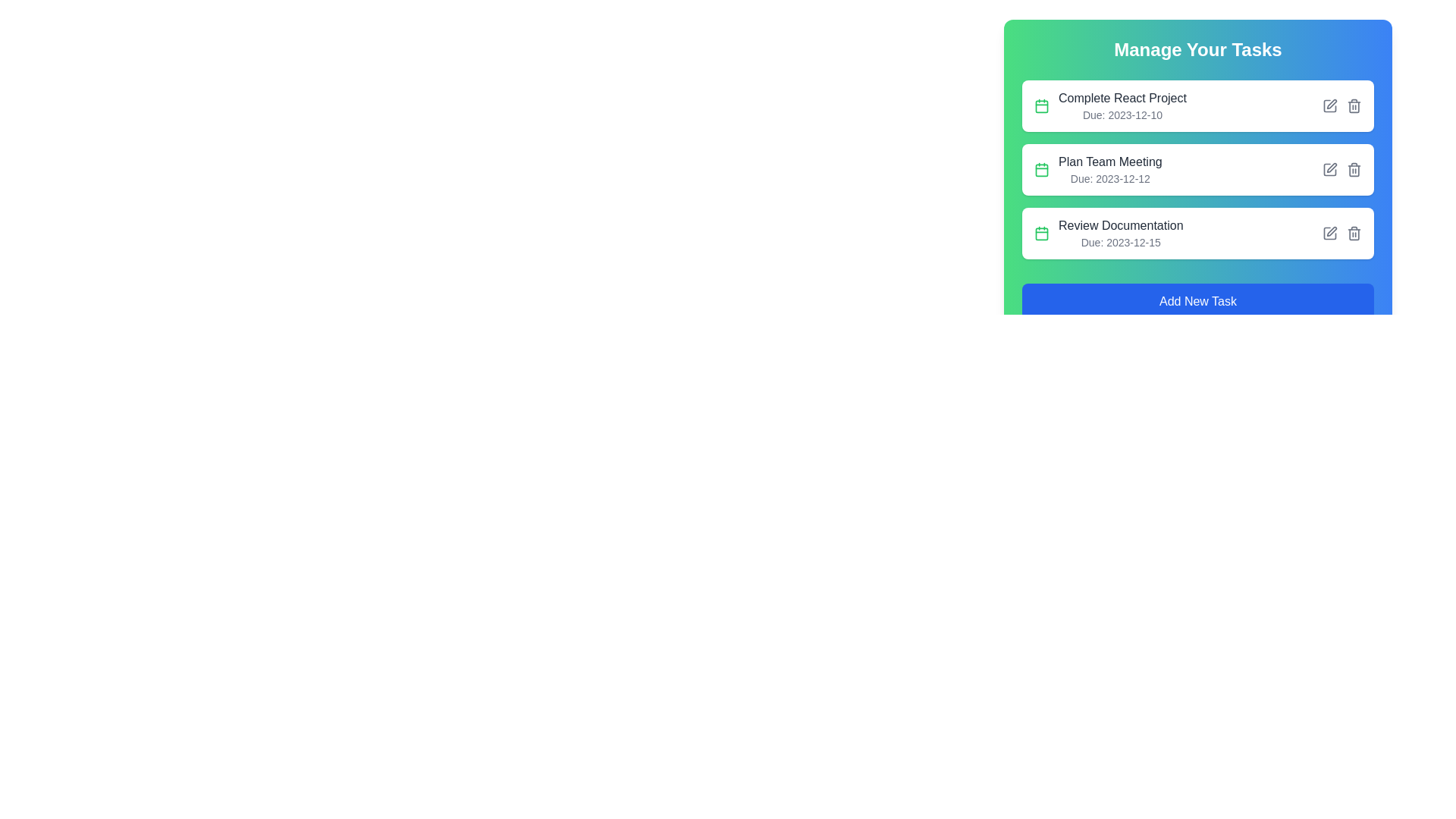 The image size is (1456, 819). What do you see at coordinates (1098, 169) in the screenshot?
I see `the task item displaying 'Plan Team Meeting' with a green calendar icon, located in the 'Manage Your Tasks' list` at bounding box center [1098, 169].